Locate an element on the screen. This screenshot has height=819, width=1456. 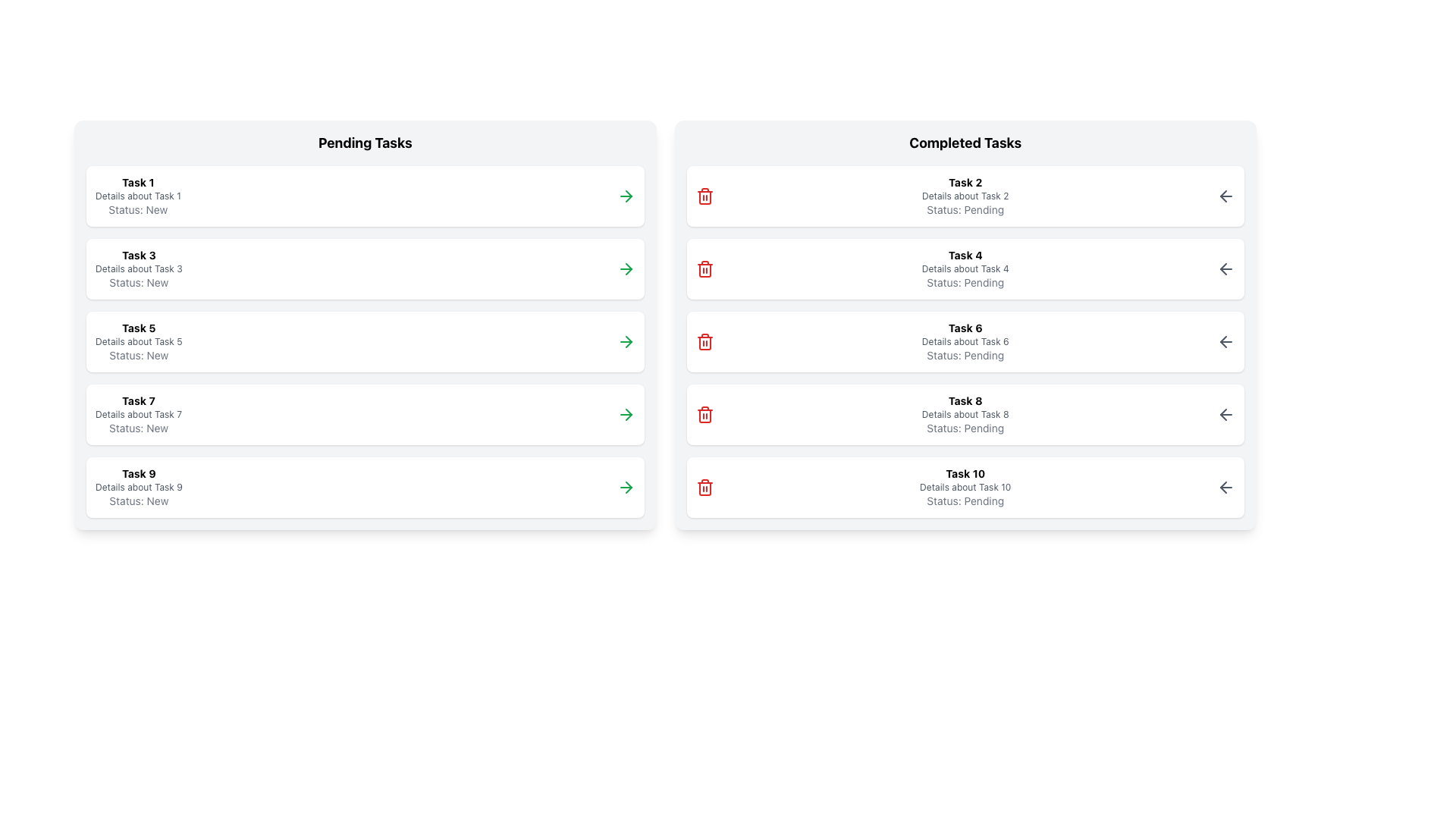
the Text Block displaying 'Task 4' in the 'Completed Tasks' section is located at coordinates (965, 268).